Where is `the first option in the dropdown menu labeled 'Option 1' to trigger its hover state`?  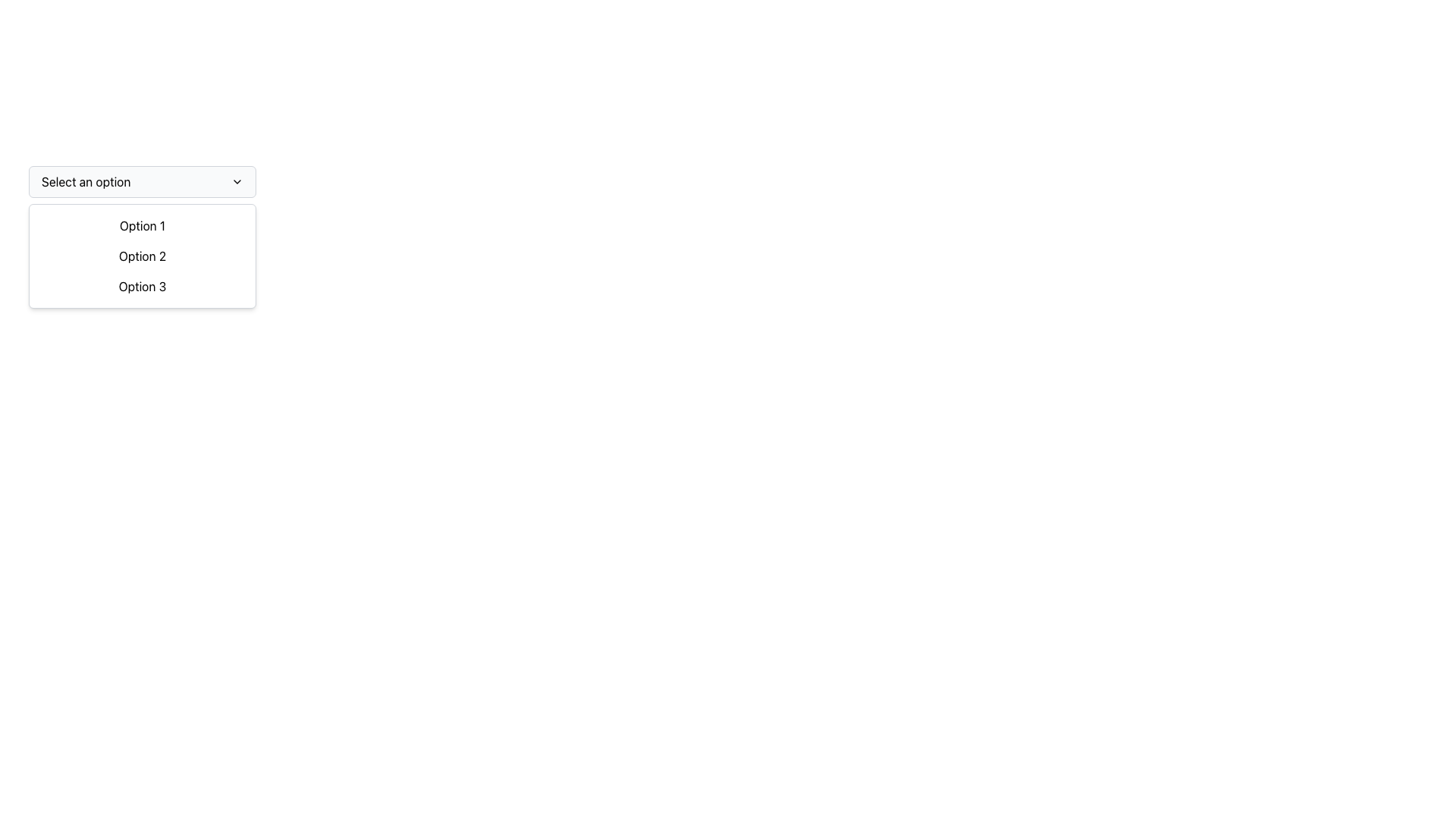
the first option in the dropdown menu labeled 'Option 1' to trigger its hover state is located at coordinates (142, 225).